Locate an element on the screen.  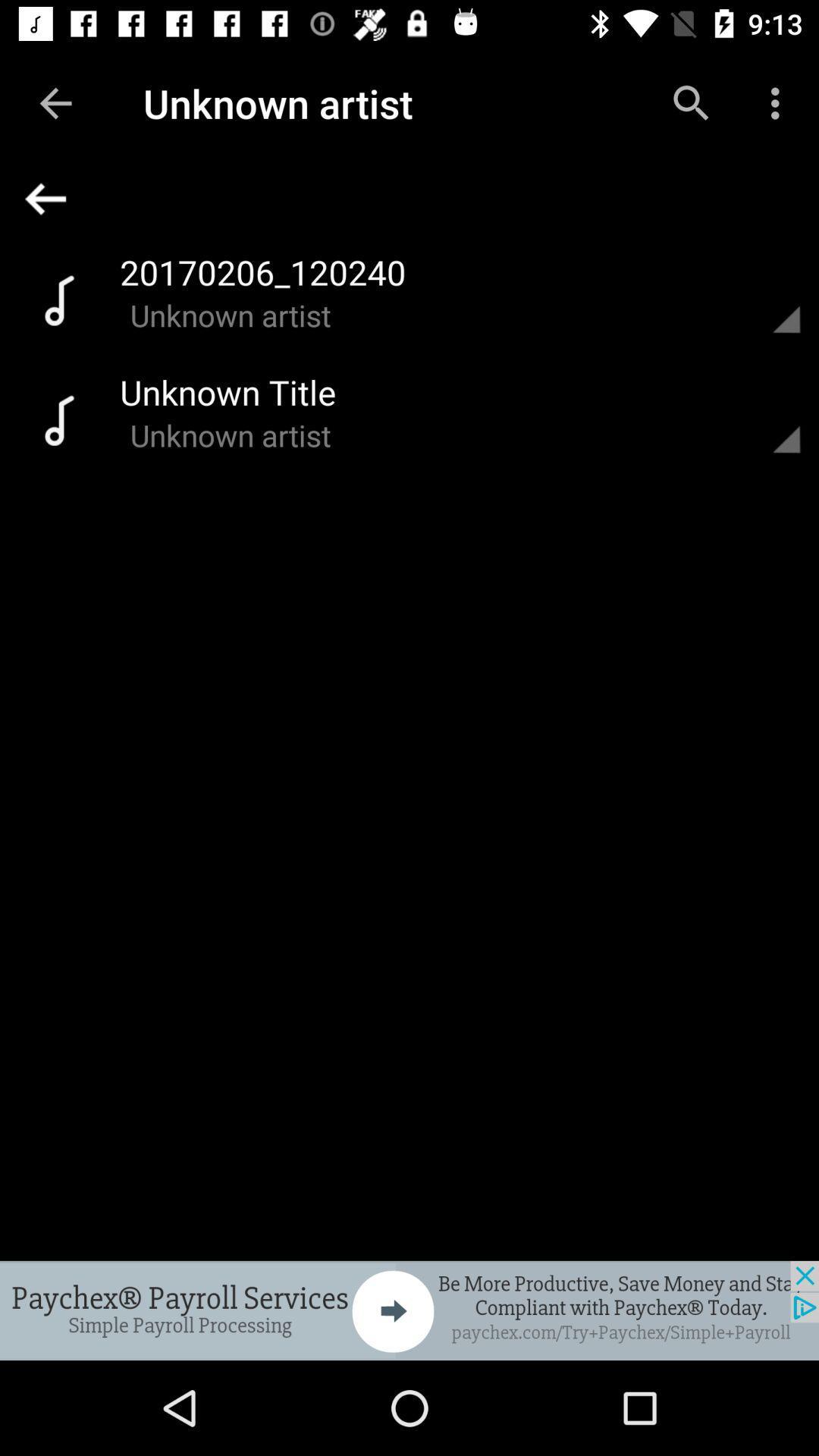
back is located at coordinates (416, 198).